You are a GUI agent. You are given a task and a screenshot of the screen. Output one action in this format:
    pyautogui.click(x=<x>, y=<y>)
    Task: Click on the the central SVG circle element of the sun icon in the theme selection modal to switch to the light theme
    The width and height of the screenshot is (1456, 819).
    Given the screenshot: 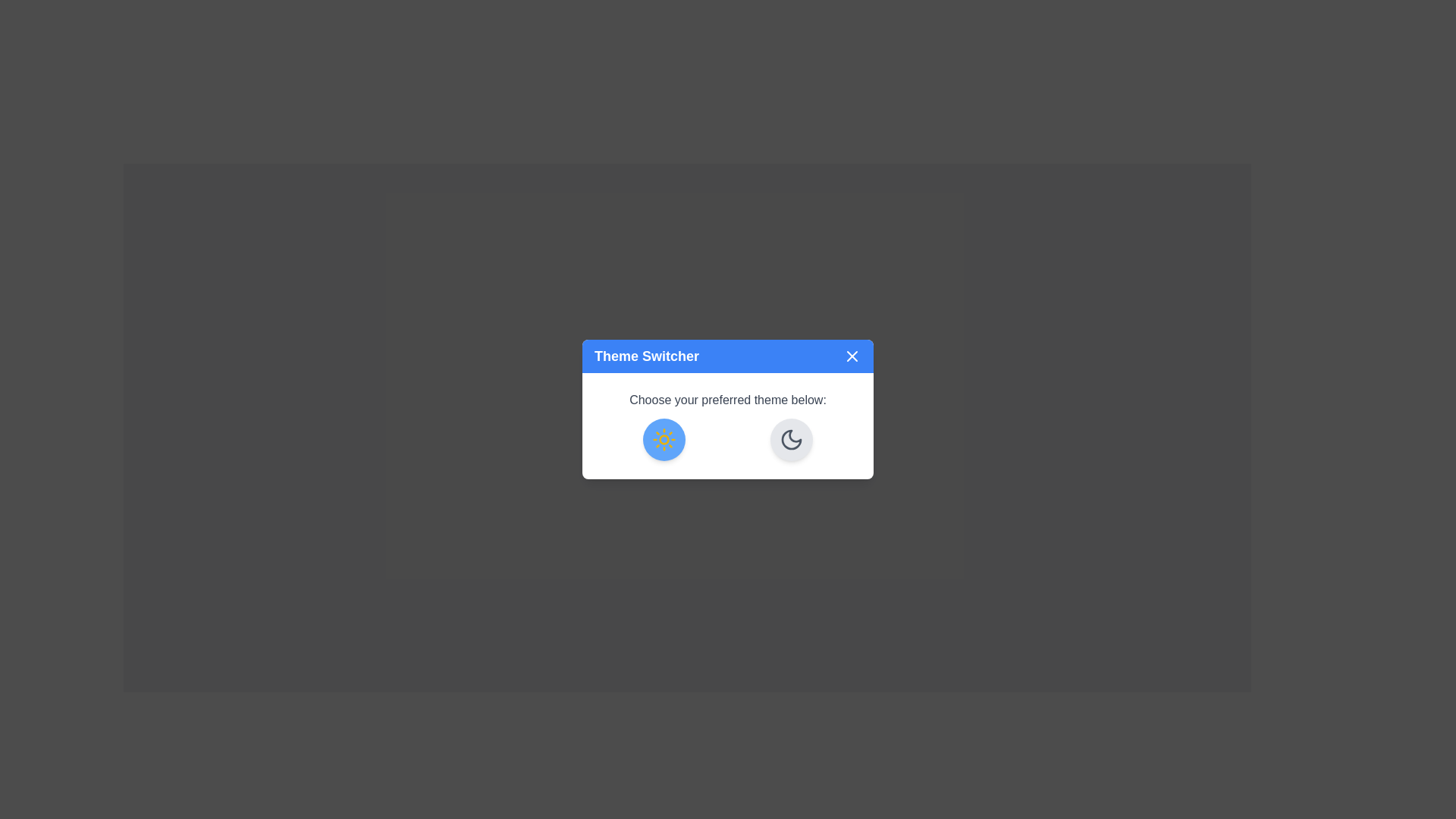 What is the action you would take?
    pyautogui.click(x=664, y=439)
    